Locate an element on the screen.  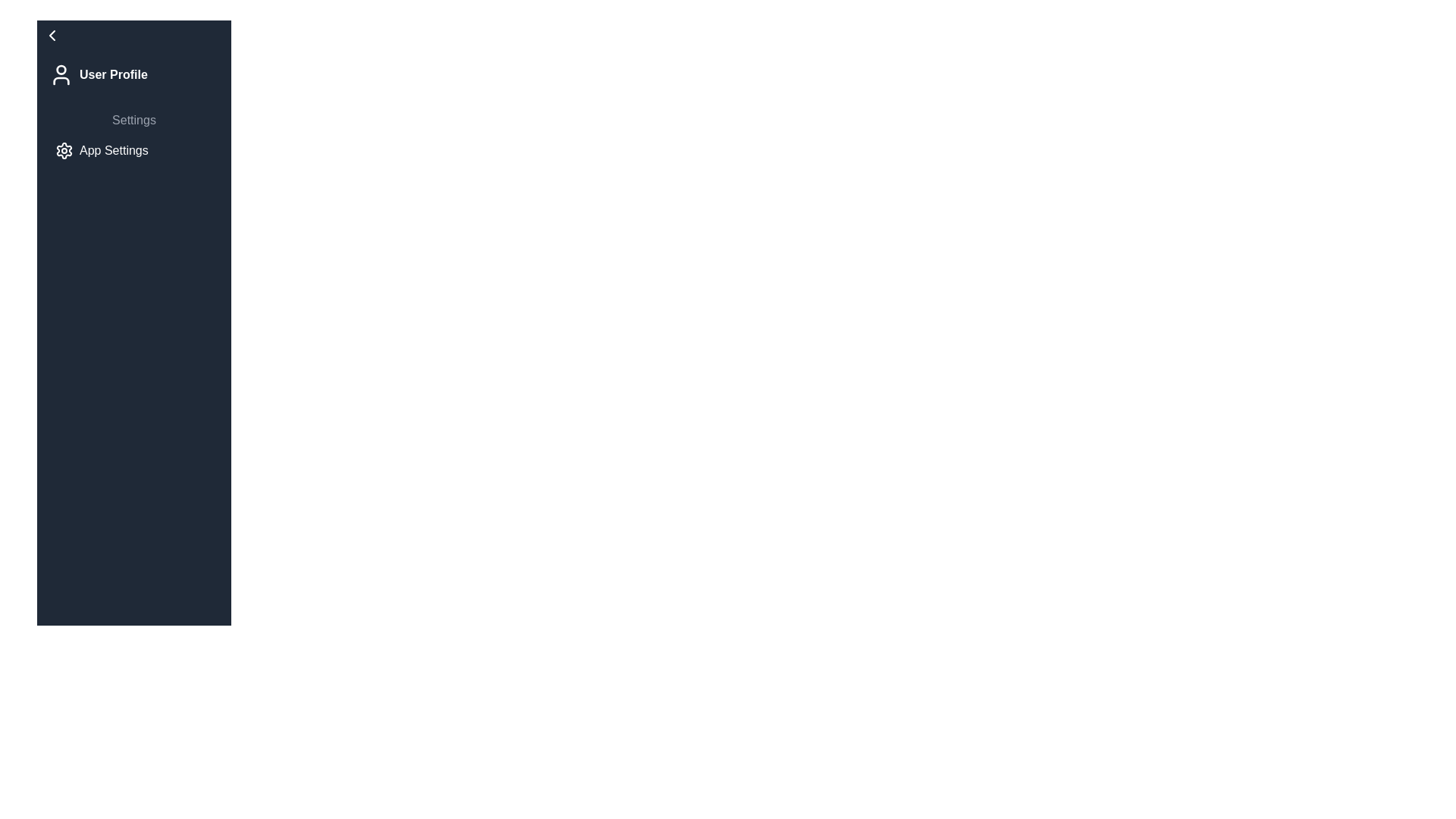
the leftward-pointing chevron icon button at the top of the vertical menu is located at coordinates (52, 34).